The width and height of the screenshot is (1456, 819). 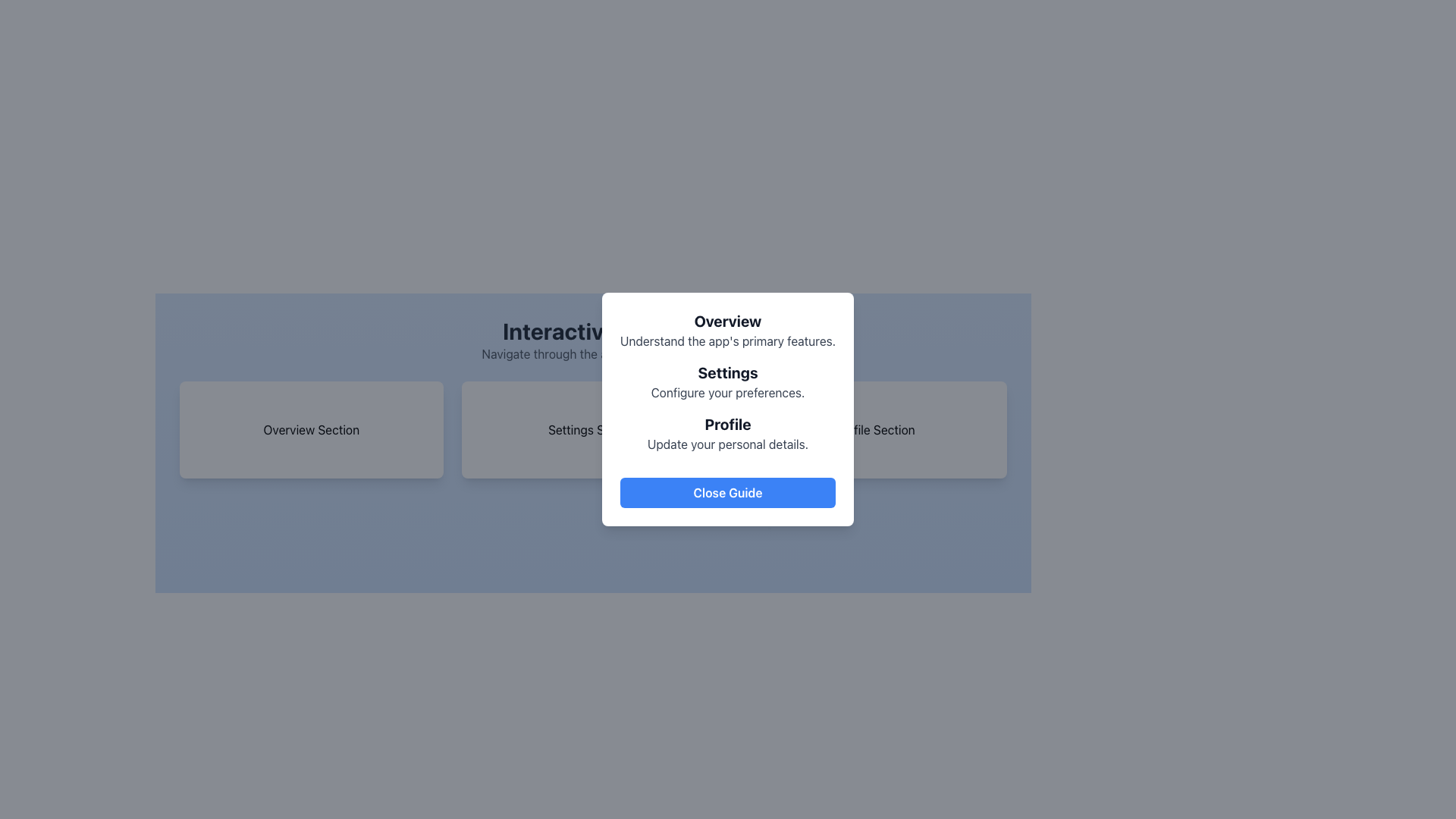 What do you see at coordinates (875, 430) in the screenshot?
I see `the 'Profile Section' static display card, which is the third card in a horizontal grid layout, located to the right of the 'Settings Section' card` at bounding box center [875, 430].